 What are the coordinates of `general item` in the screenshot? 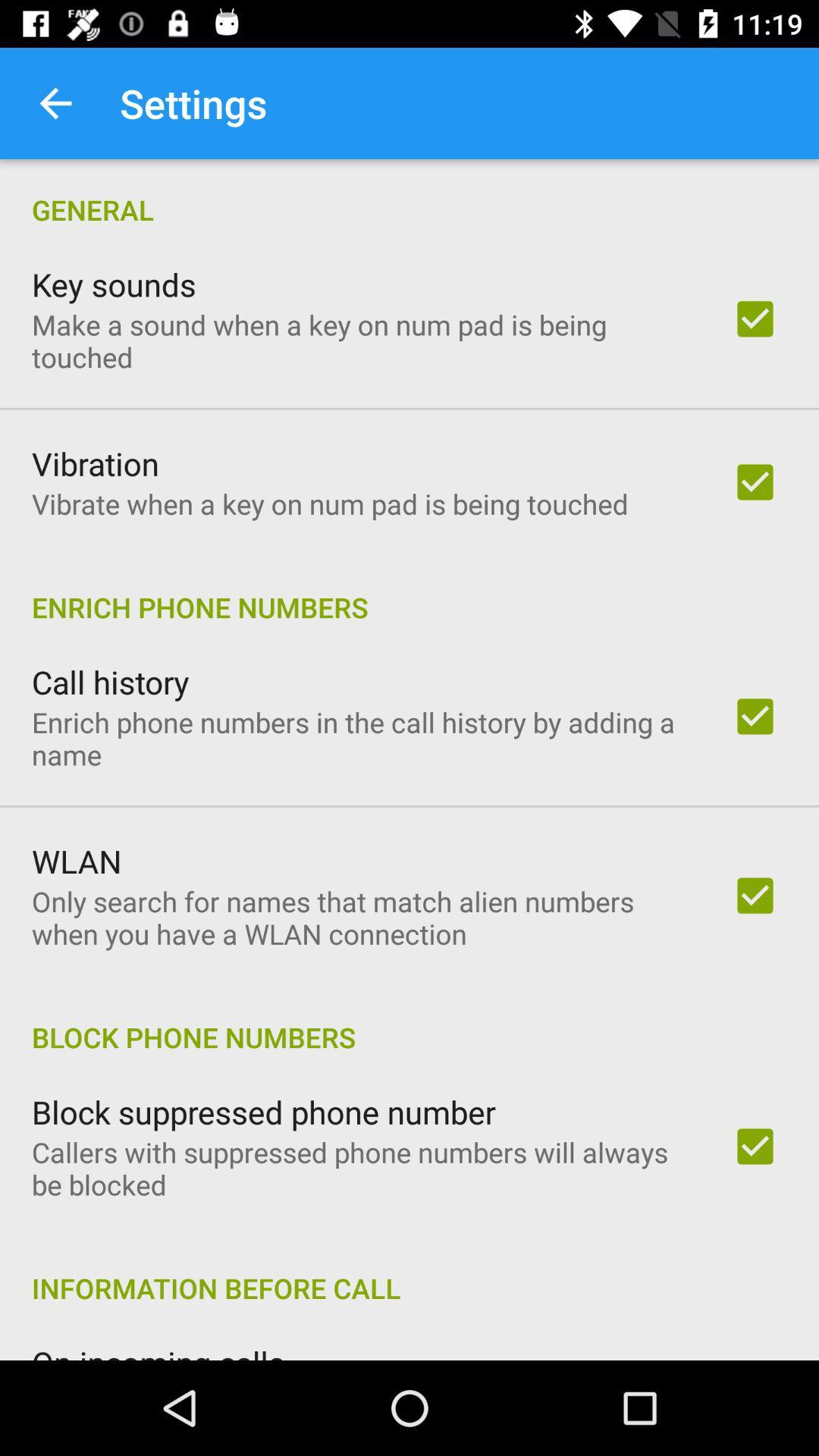 It's located at (409, 193).